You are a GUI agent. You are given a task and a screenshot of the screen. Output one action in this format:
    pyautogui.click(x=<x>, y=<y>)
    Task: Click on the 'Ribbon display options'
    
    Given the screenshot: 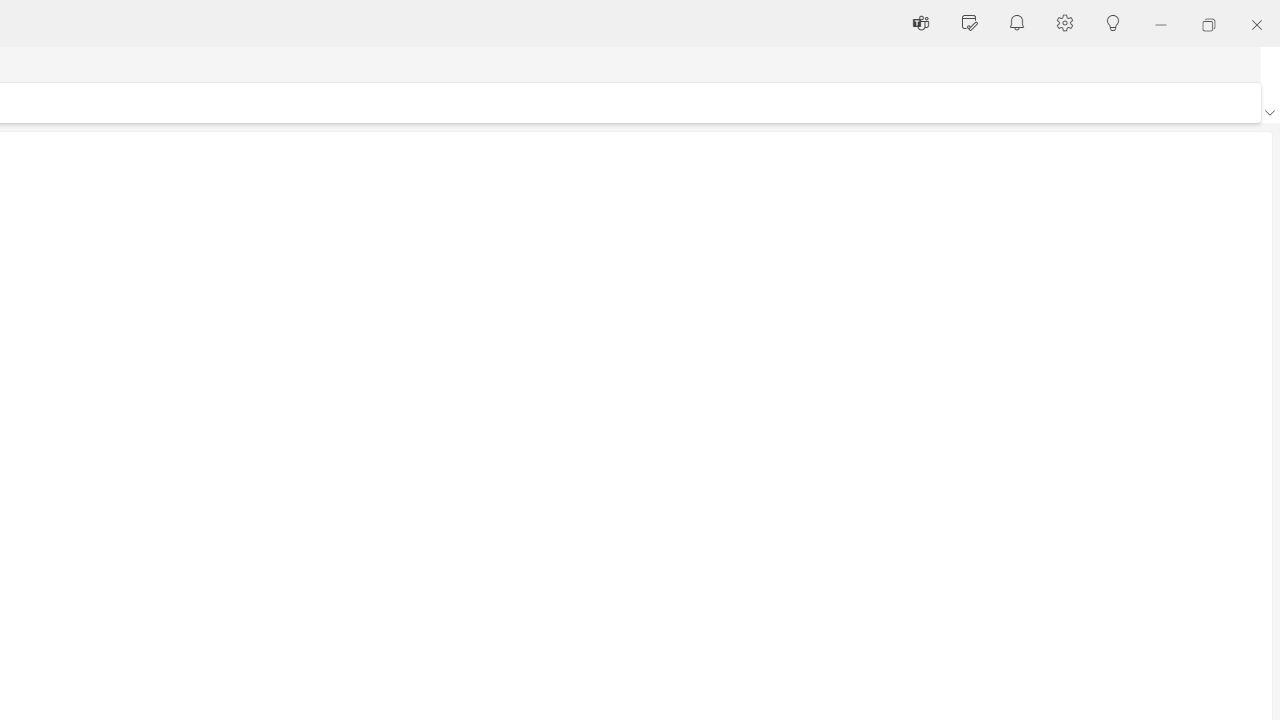 What is the action you would take?
    pyautogui.click(x=1268, y=113)
    